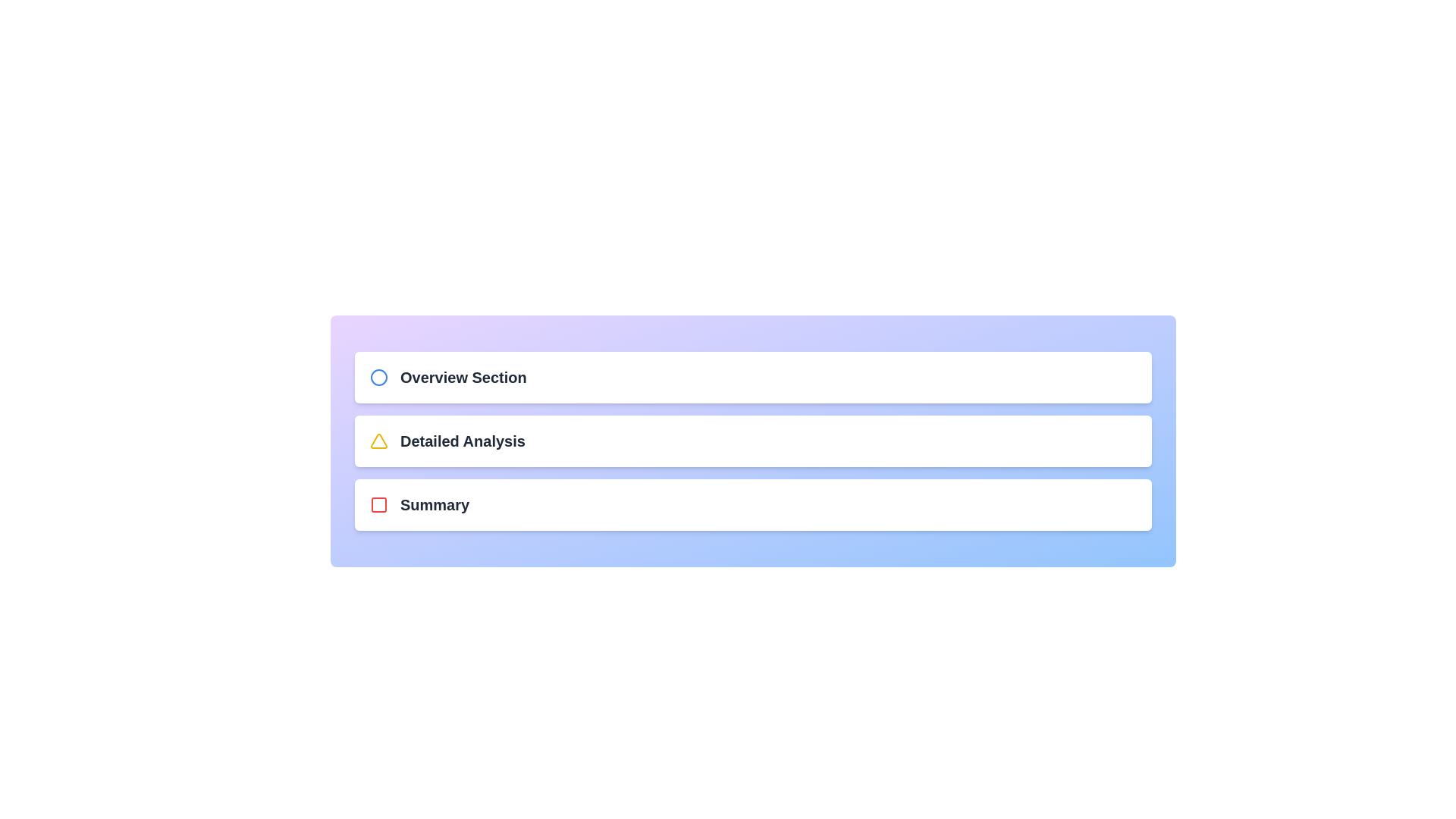 The image size is (1456, 819). What do you see at coordinates (378, 376) in the screenshot?
I see `the blue circular outline SVG element with a diameter of 10, located near the uppermost 'Overview Section' text label` at bounding box center [378, 376].